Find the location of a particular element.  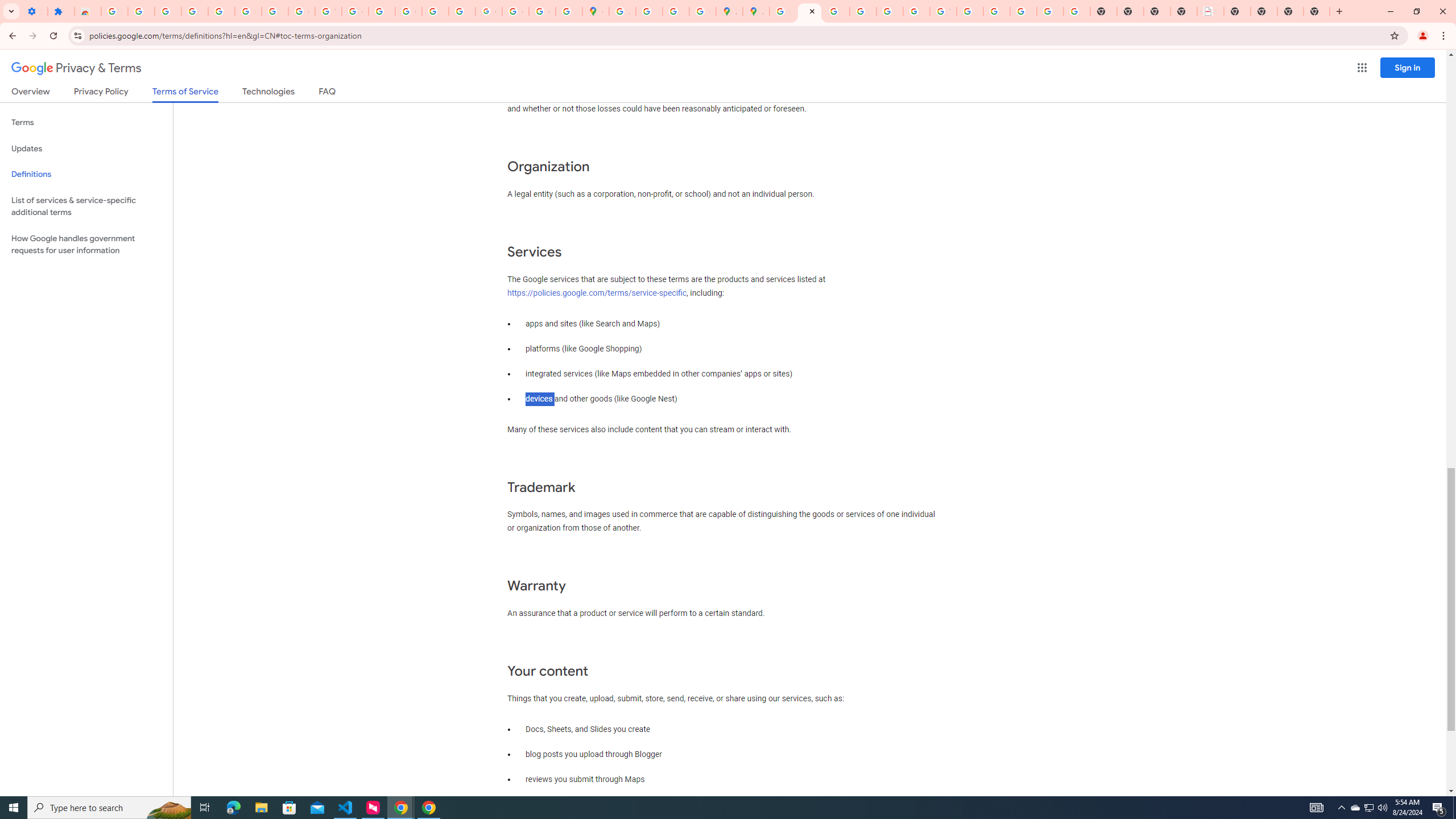

'List of services & service-specific additional terms' is located at coordinates (86, 205).